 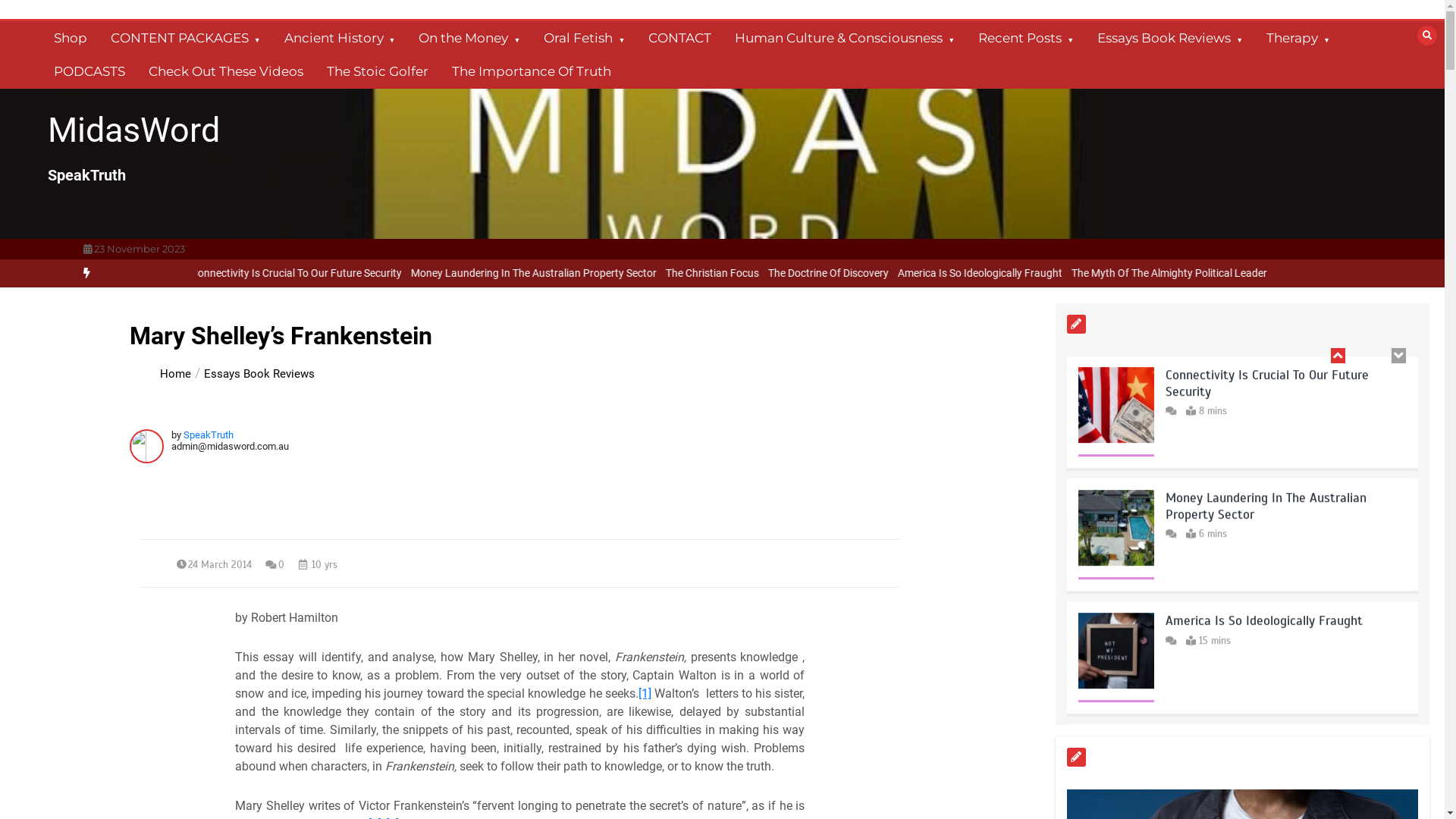 I want to click on 'Recent Posts', so click(x=1026, y=37).